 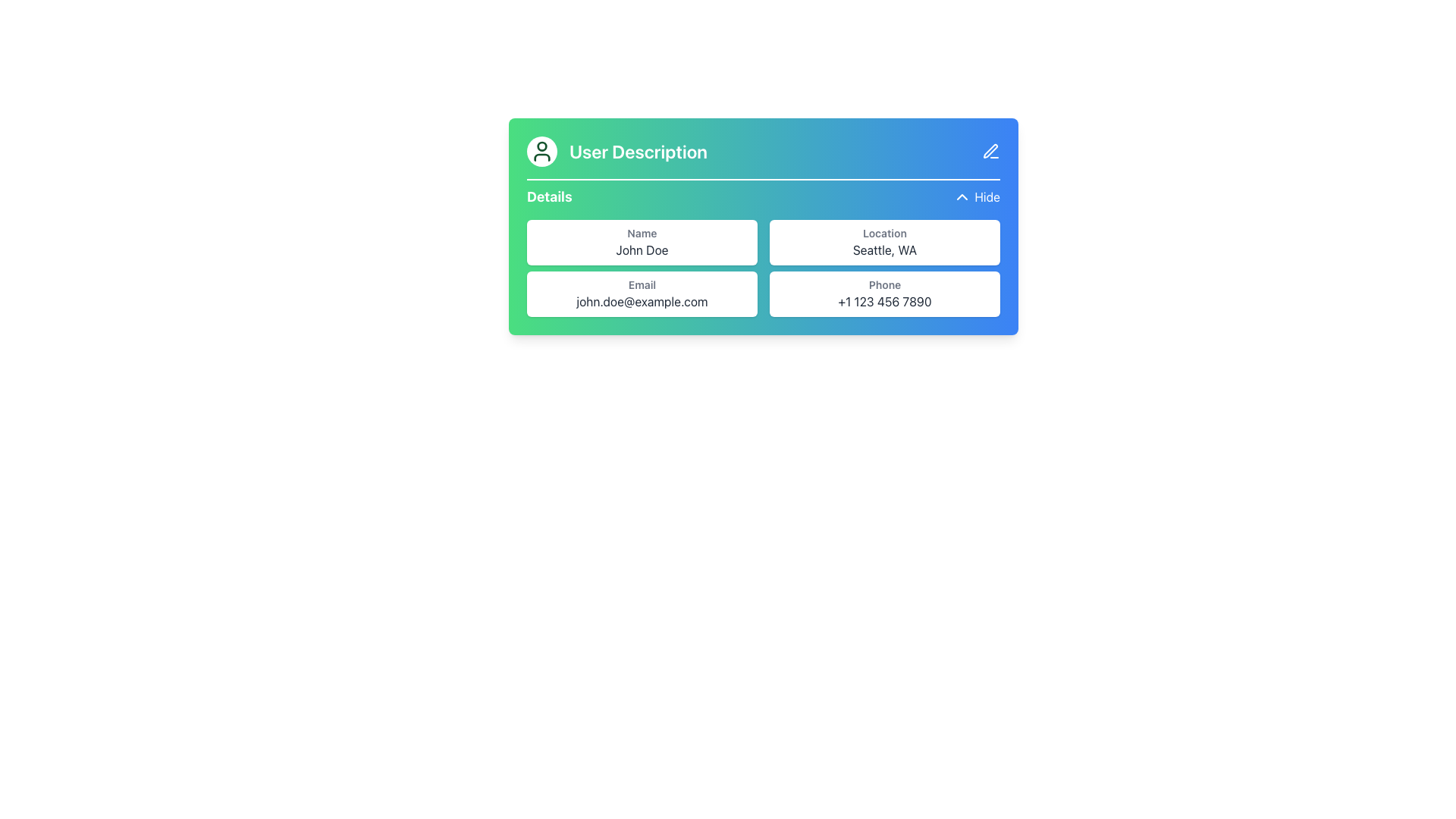 What do you see at coordinates (990, 151) in the screenshot?
I see `the small white pen nib icon located in the top-right corner of the interface` at bounding box center [990, 151].